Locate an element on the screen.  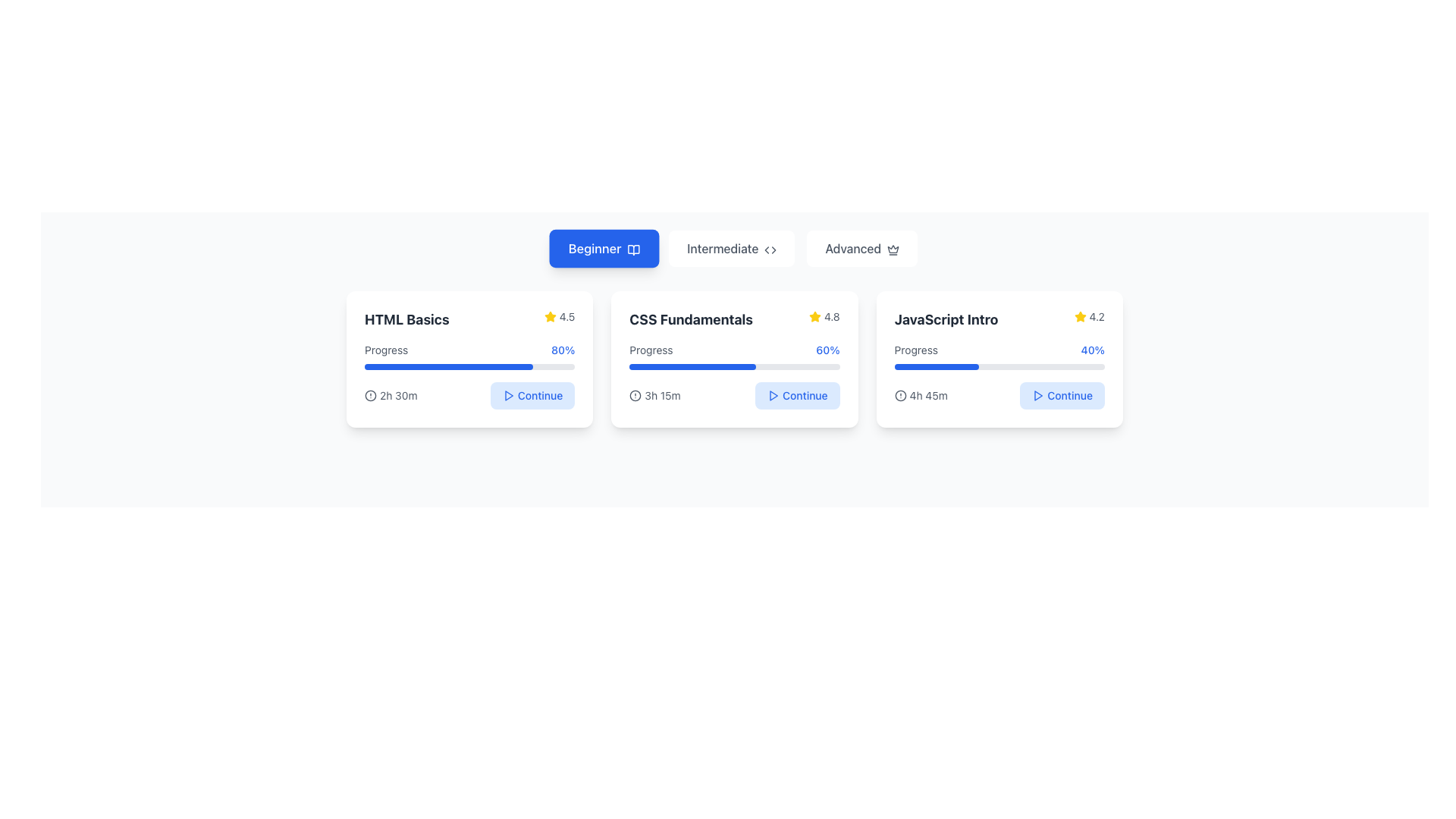
horizontal progress bar with a light gray background and blue filling, located in the 'CSS Fundamentals' card, positioned below the 'Progress' label is located at coordinates (735, 366).